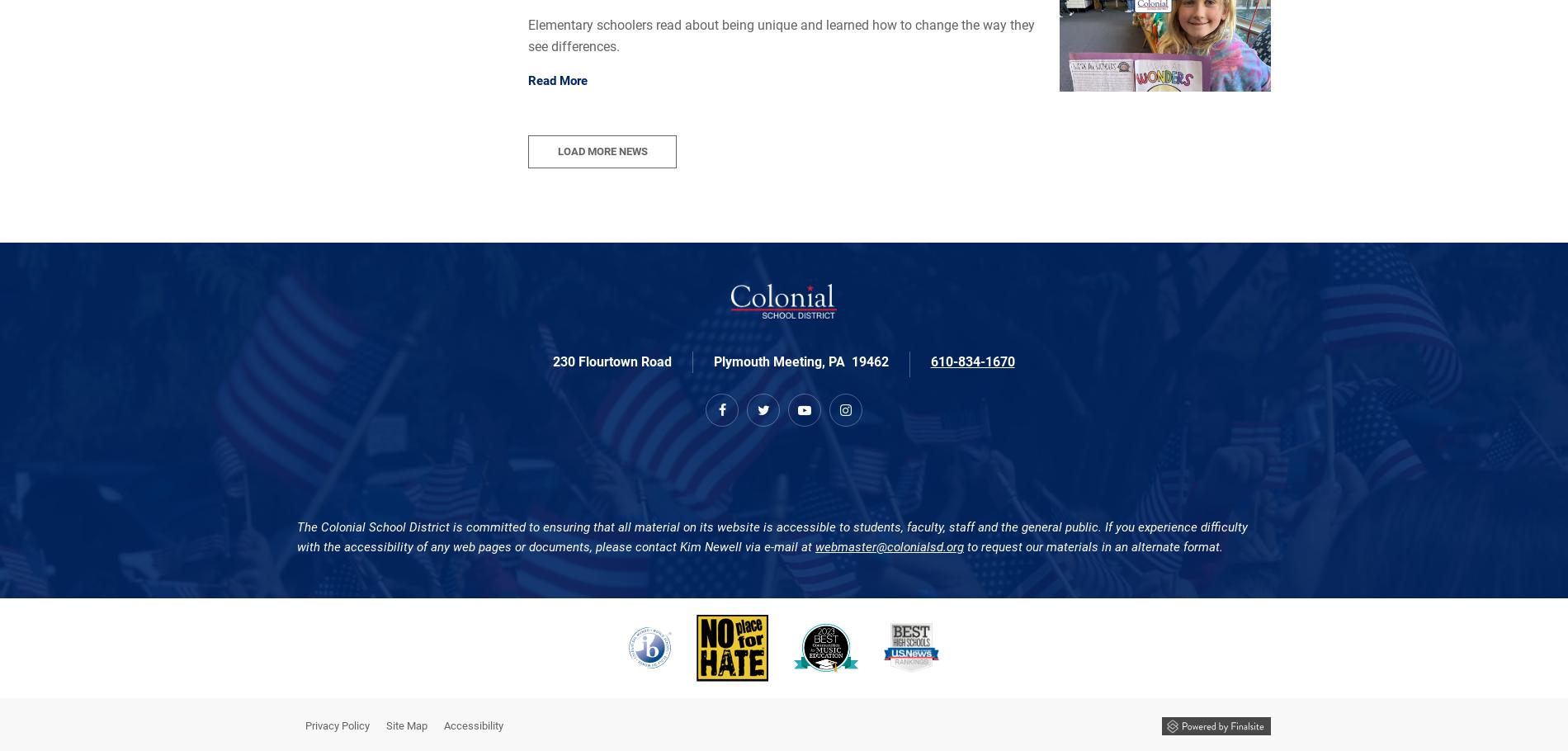  What do you see at coordinates (771, 536) in the screenshot?
I see `'The Colonial School District is committed to ensuring that all material on its website is accessible to students, faculty, staff and the general public. If you experience difficulty with the accessibility of any web pages or documents, please contact Kim Newell via e-mail at'` at bounding box center [771, 536].